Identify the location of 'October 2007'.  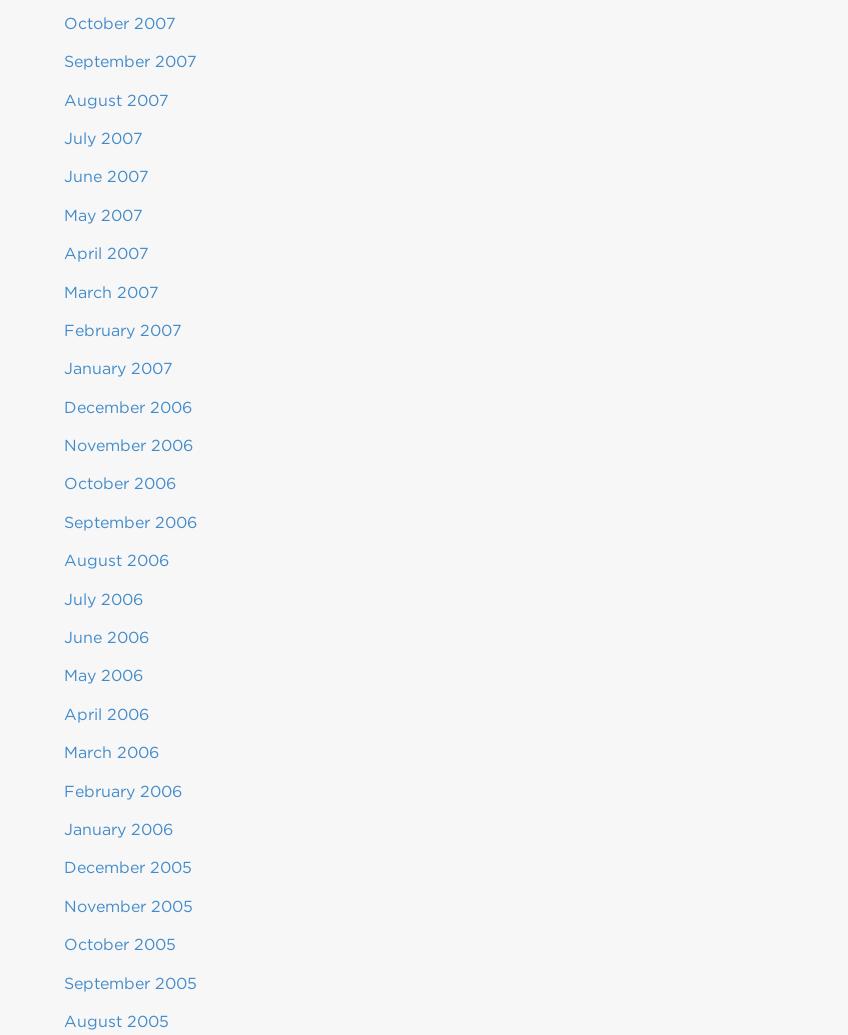
(118, 22).